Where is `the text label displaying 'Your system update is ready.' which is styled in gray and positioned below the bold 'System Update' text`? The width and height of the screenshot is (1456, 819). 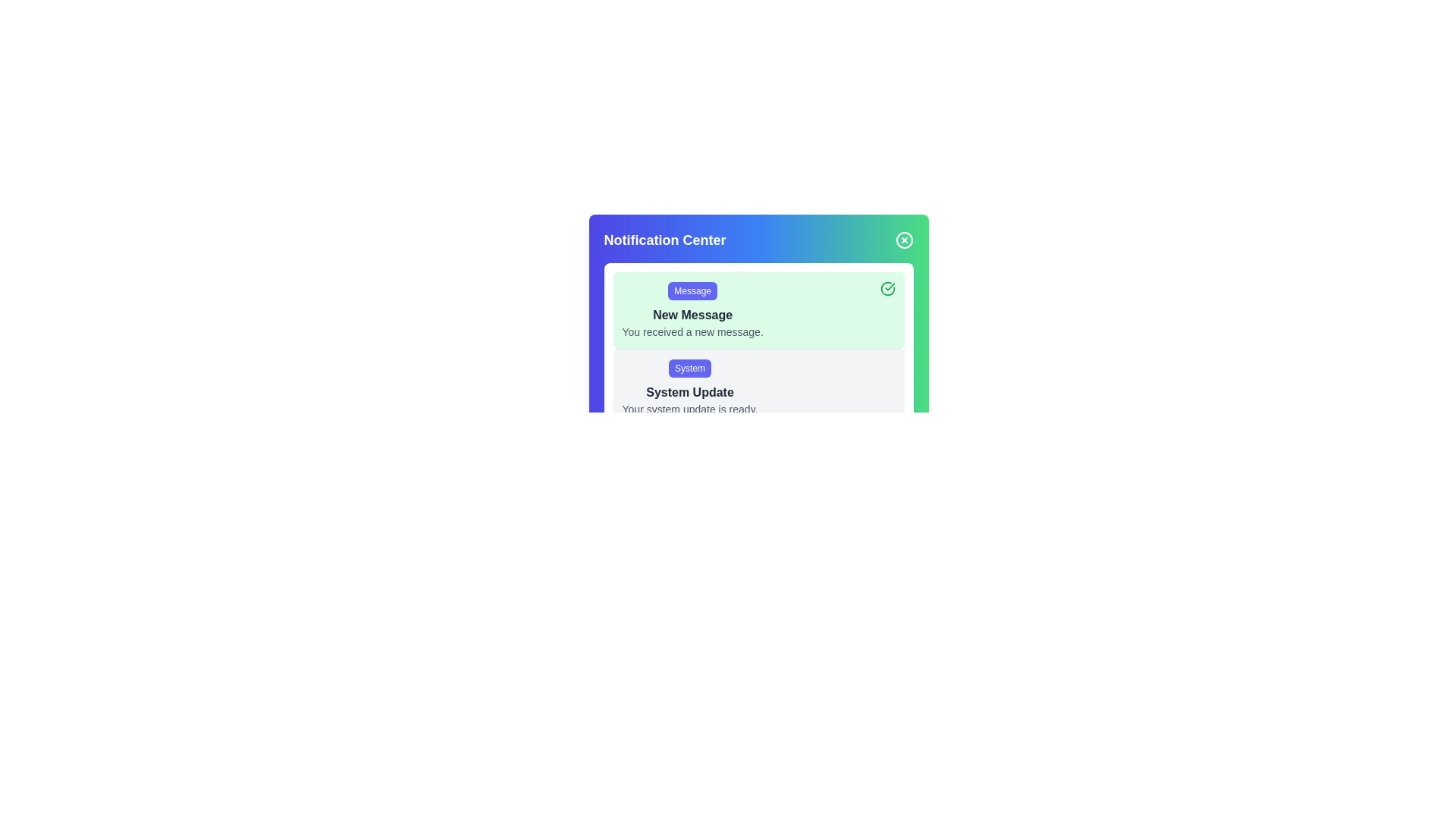
the text label displaying 'Your system update is ready.' which is styled in gray and positioned below the bold 'System Update' text is located at coordinates (689, 409).